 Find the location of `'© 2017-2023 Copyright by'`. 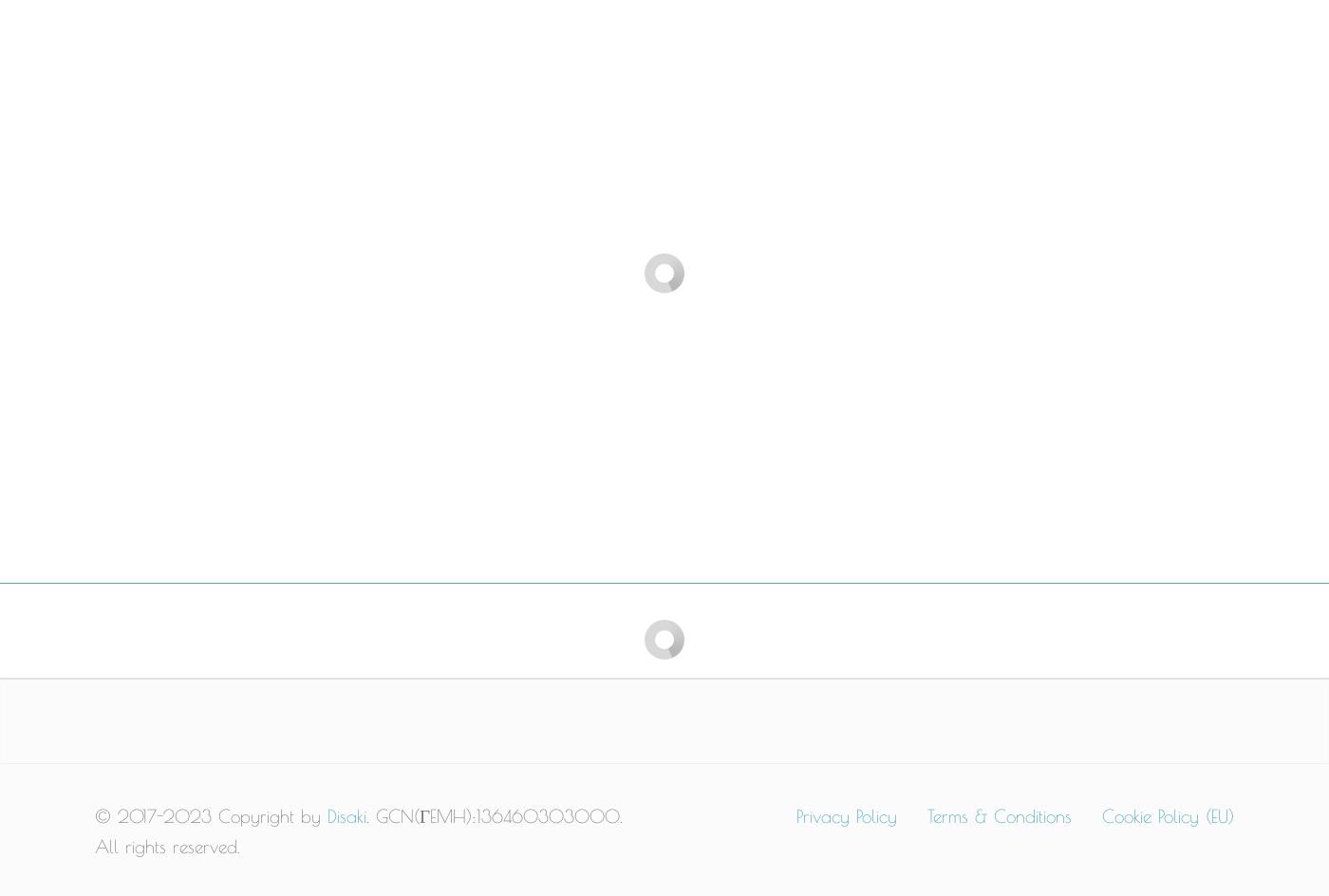

'© 2017-2023 Copyright by' is located at coordinates (210, 815).